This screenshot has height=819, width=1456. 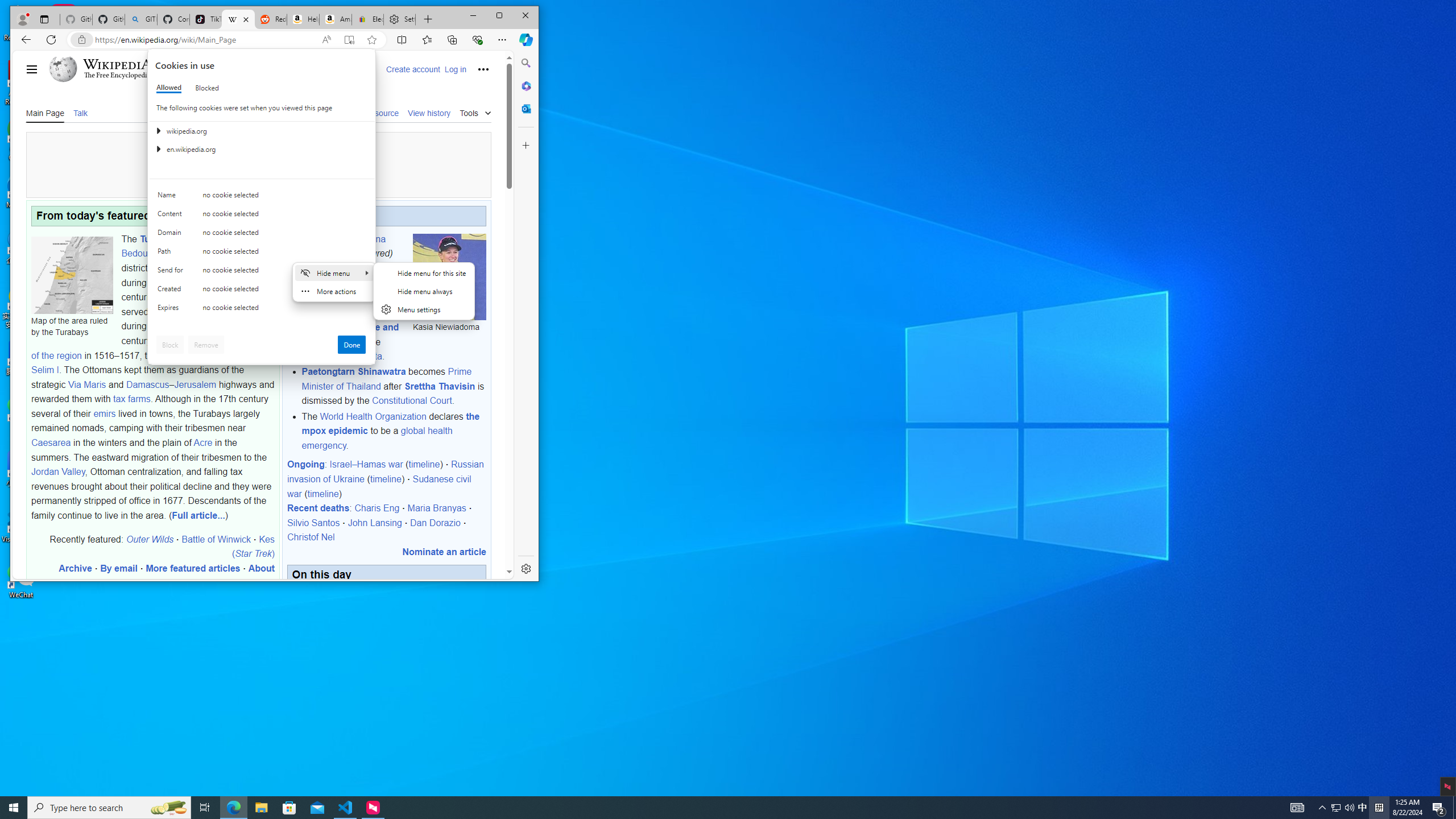 What do you see at coordinates (109, 806) in the screenshot?
I see `'Type here to search'` at bounding box center [109, 806].